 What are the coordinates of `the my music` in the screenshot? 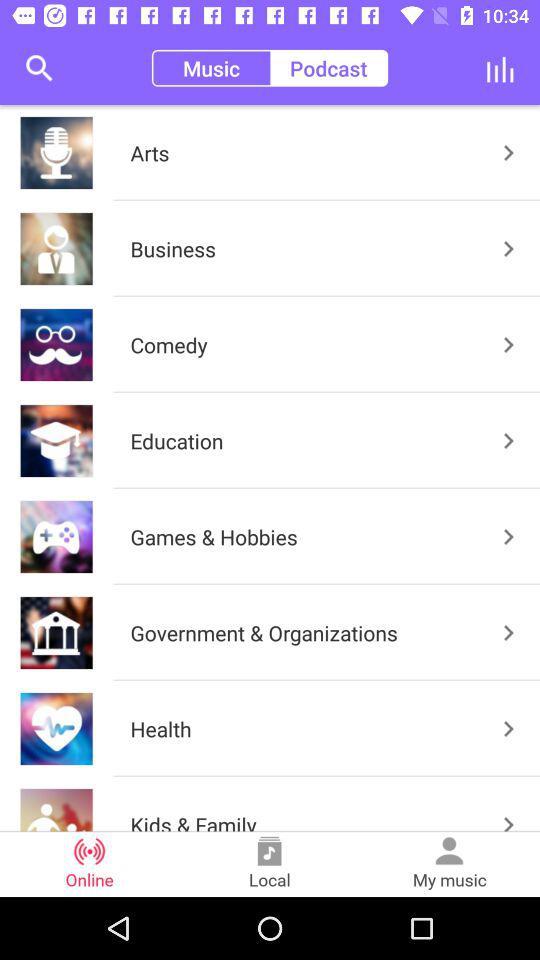 It's located at (449, 863).